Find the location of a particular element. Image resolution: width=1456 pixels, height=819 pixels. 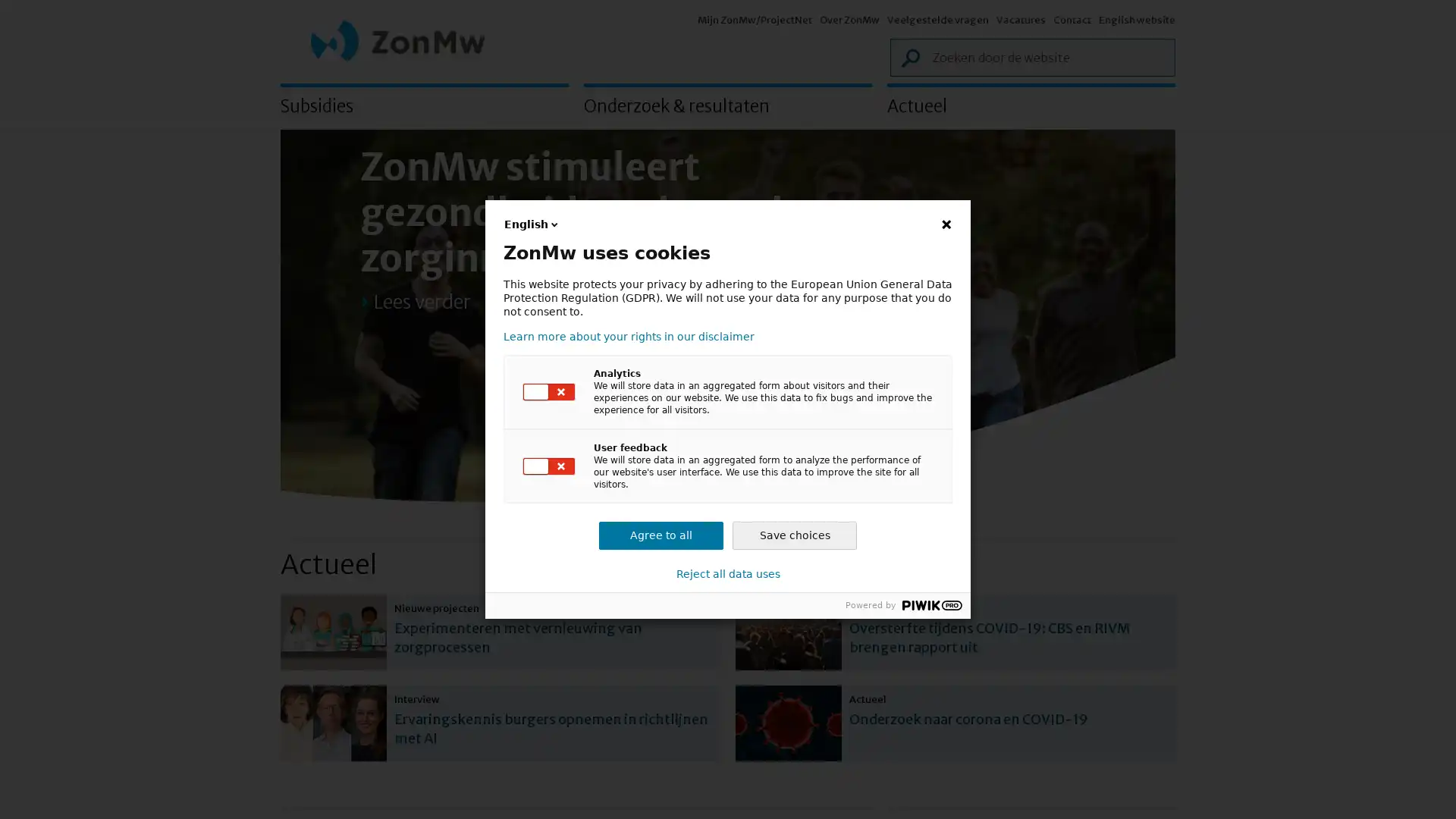

Agree to all is located at coordinates (661, 535).